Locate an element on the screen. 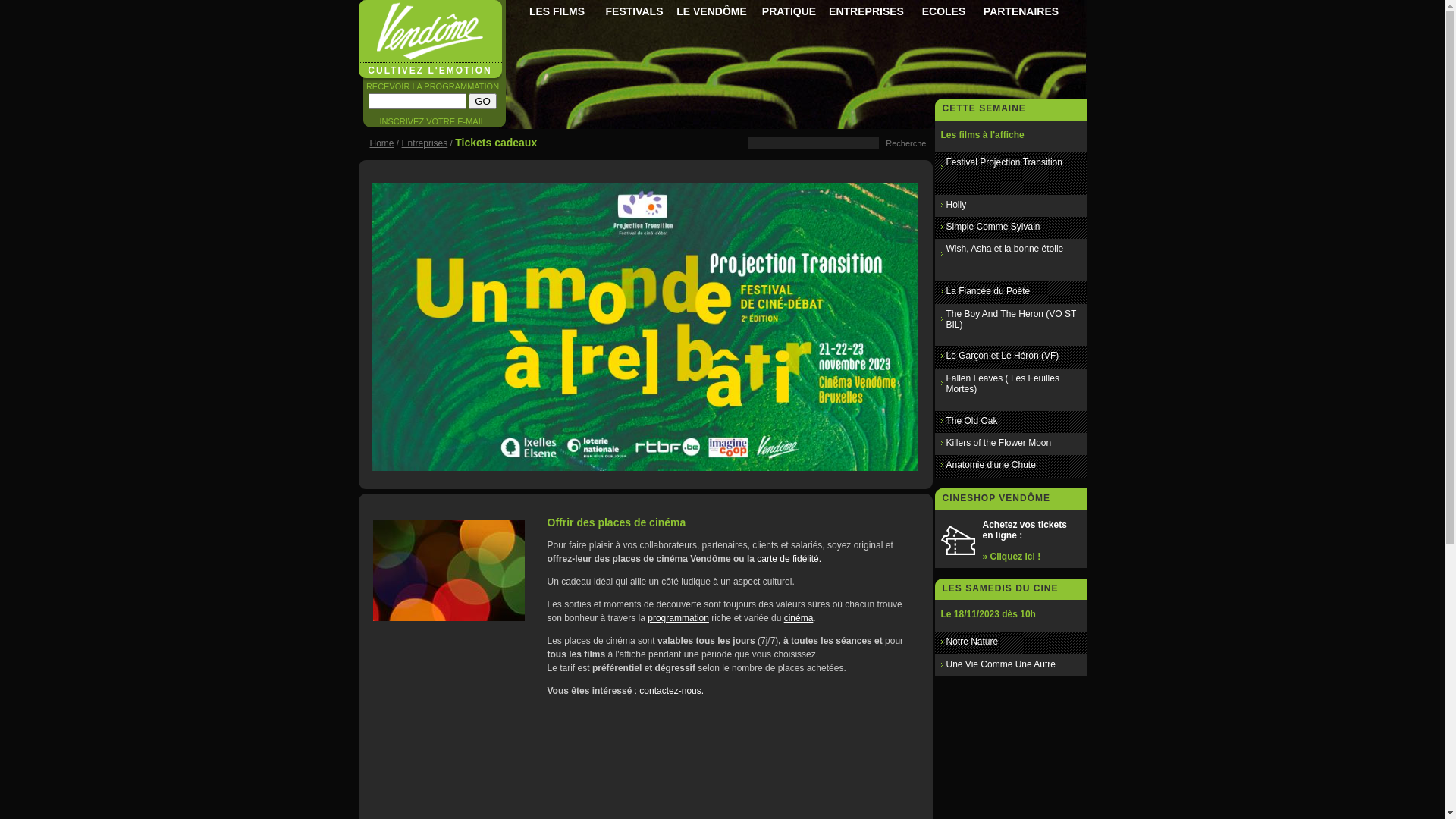 Image resolution: width=1456 pixels, height=819 pixels. 'Holly' is located at coordinates (955, 205).